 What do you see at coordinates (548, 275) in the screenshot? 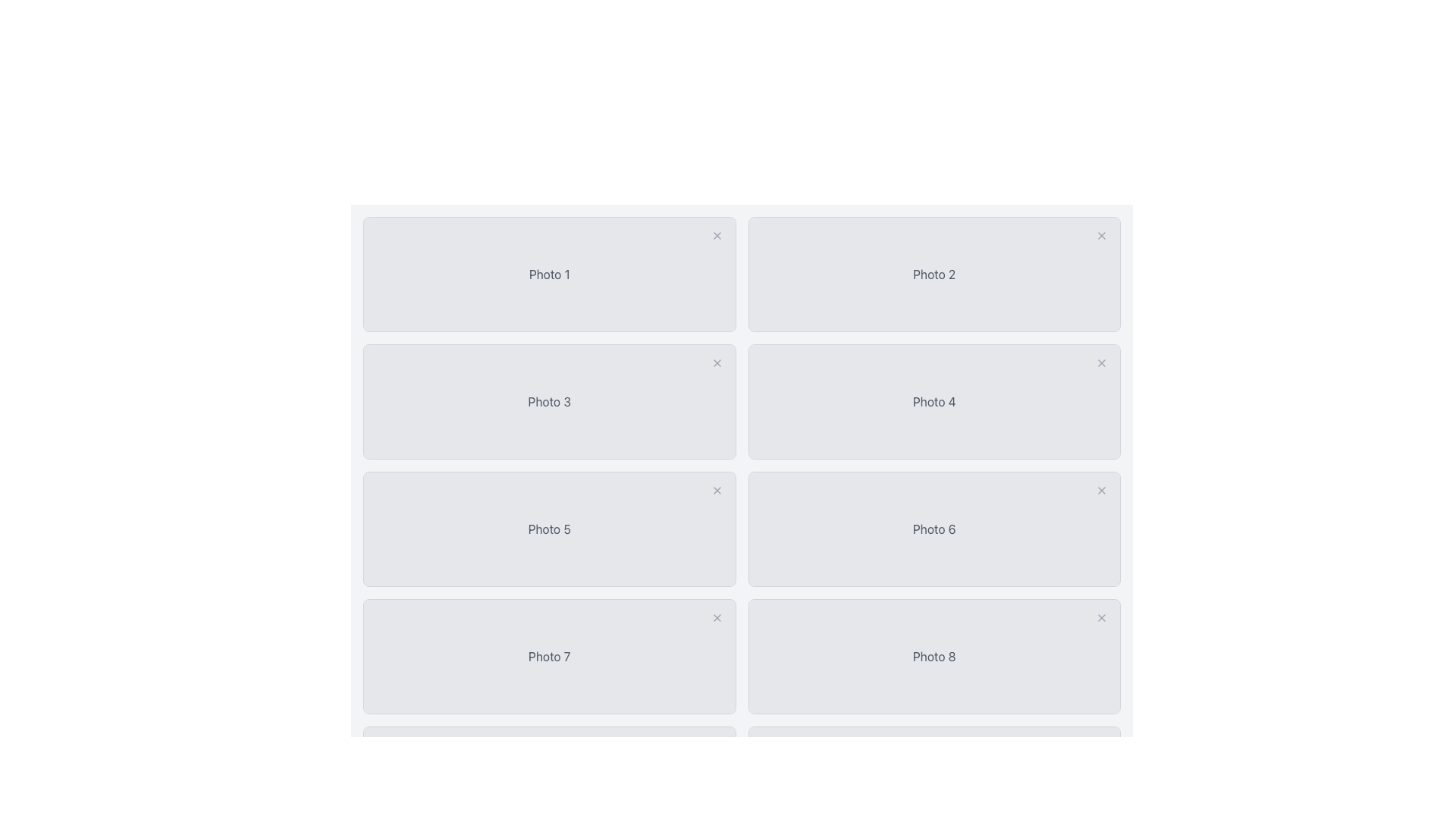
I see `the visual display box labeled 'Photo 1' located at the top-left corner of the grid layout` at bounding box center [548, 275].